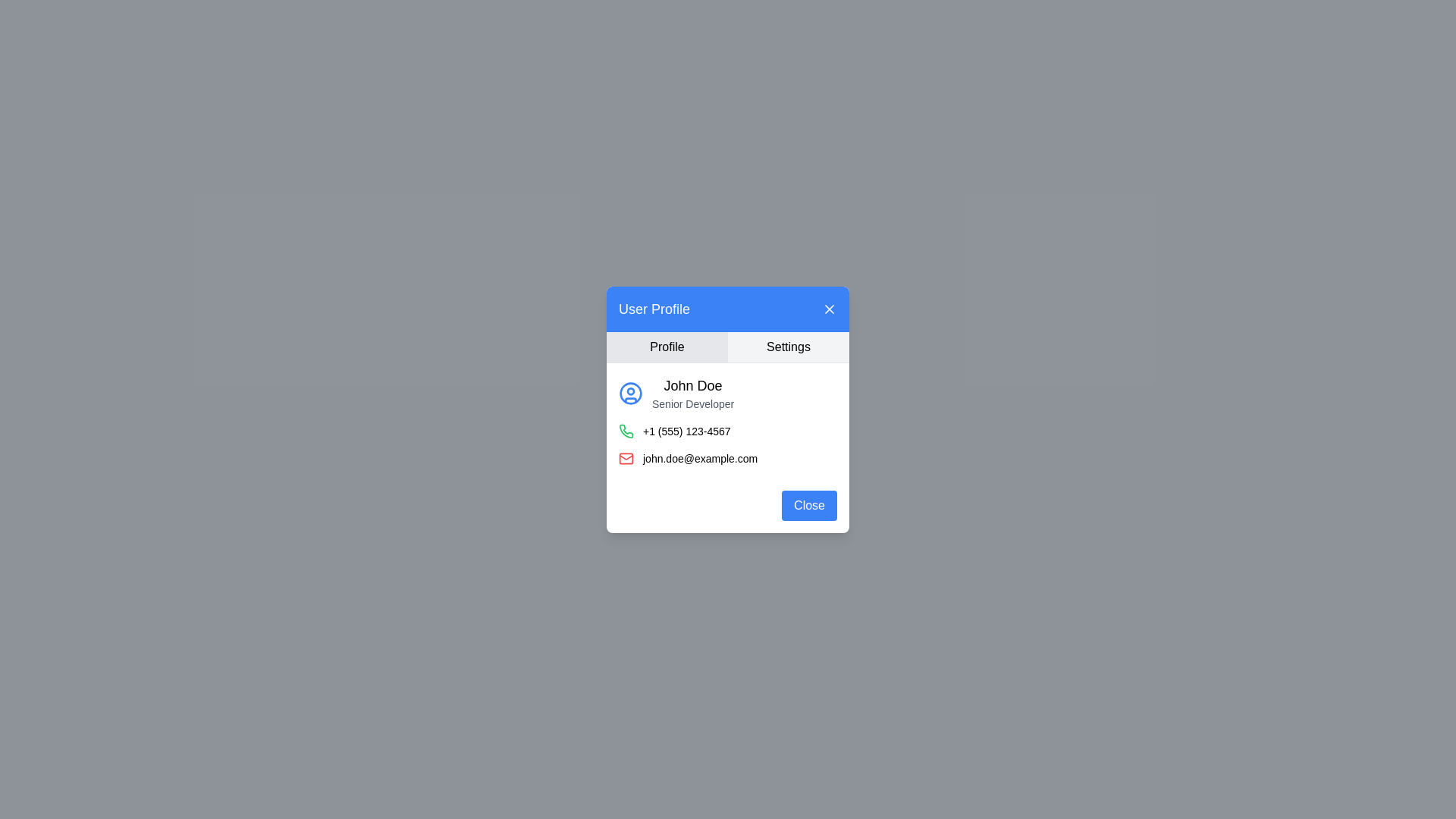 Image resolution: width=1456 pixels, height=819 pixels. What do you see at coordinates (829, 308) in the screenshot?
I see `the cross-shaped graphic icon at the top-right corner of the blue header bar labeled 'User Profile'` at bounding box center [829, 308].